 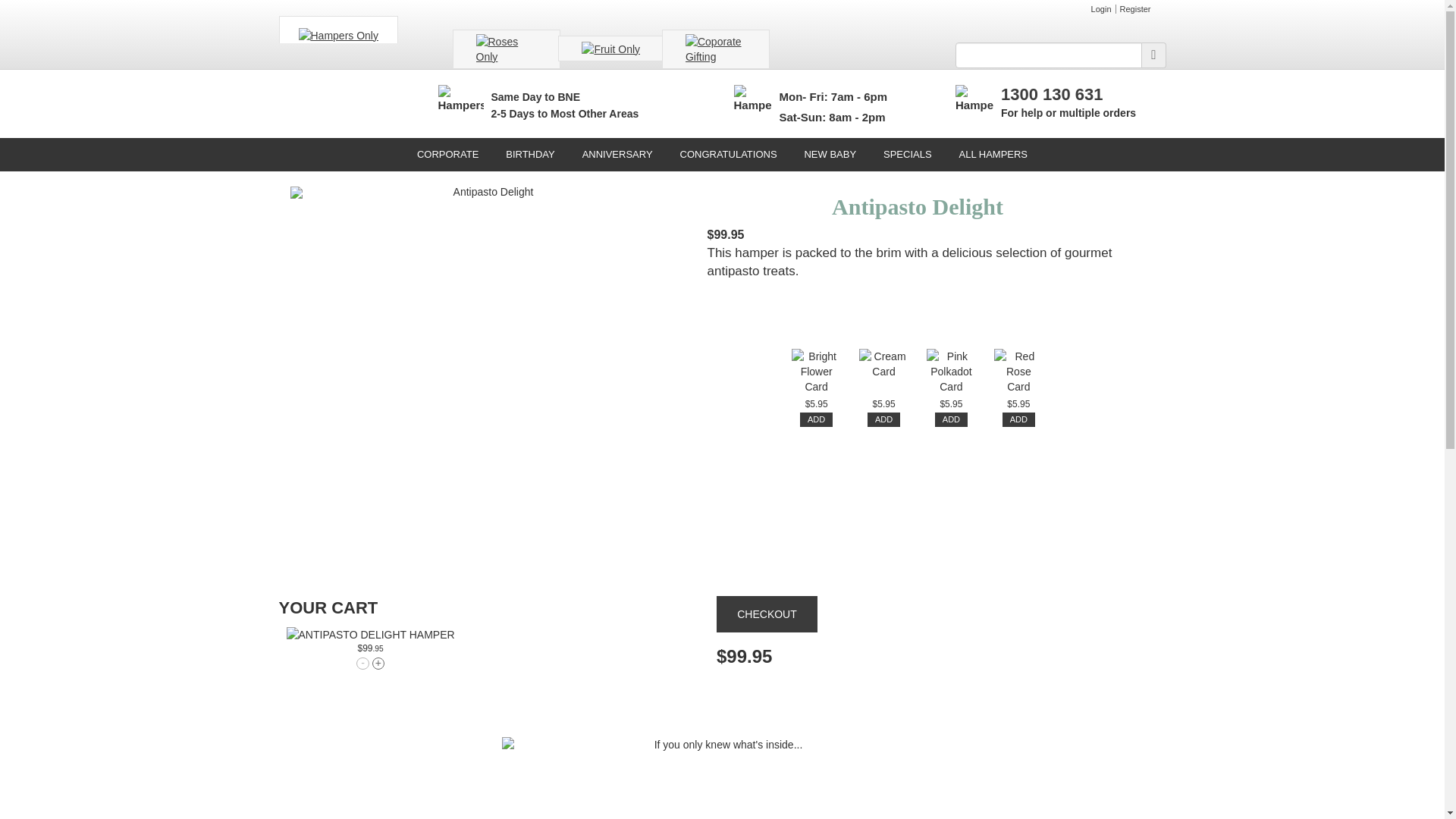 I want to click on 'Register', so click(x=1135, y=8).